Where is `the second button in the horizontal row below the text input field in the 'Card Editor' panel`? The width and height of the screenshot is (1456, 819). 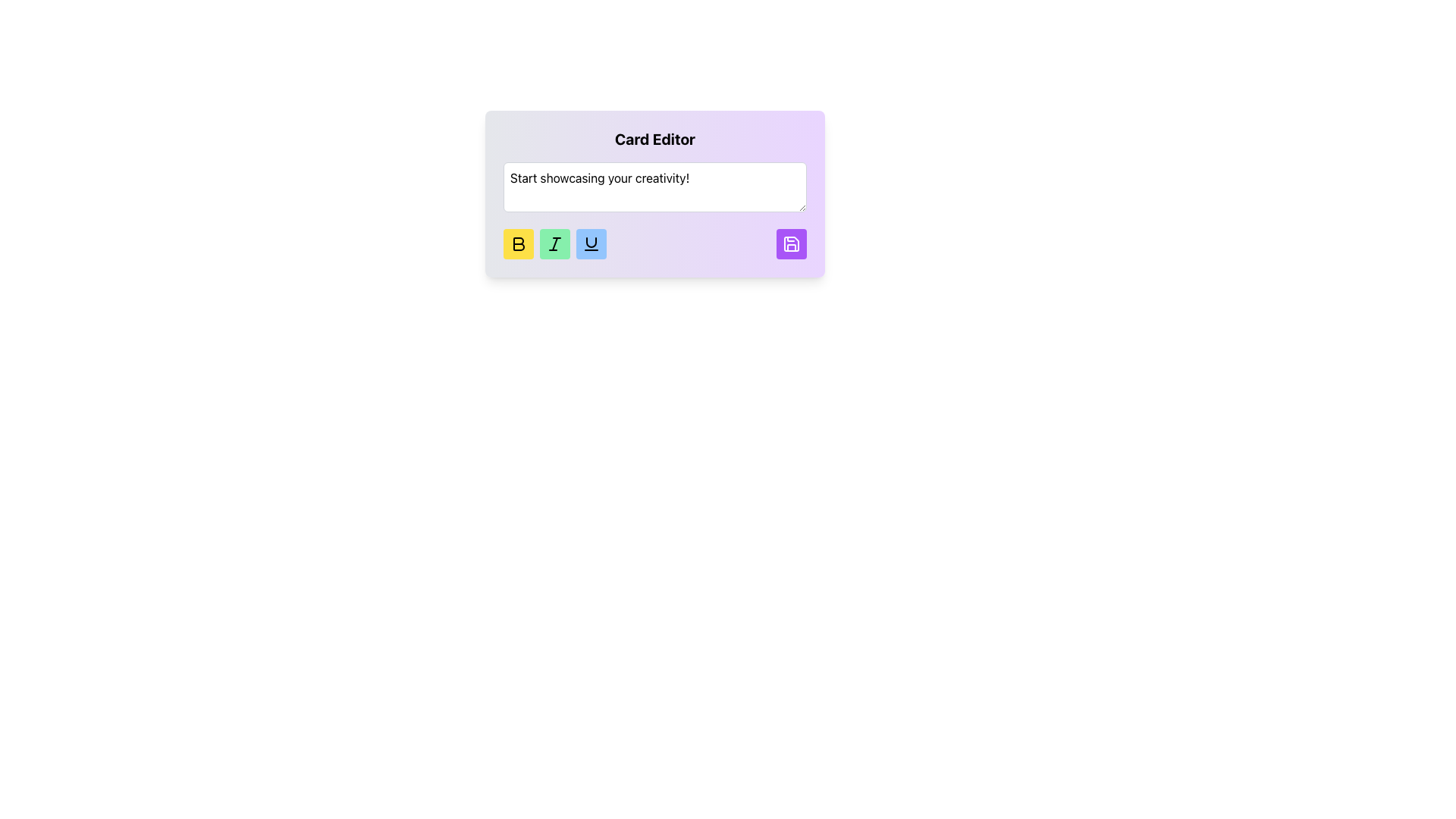
the second button in the horizontal row below the text input field in the 'Card Editor' panel is located at coordinates (554, 243).